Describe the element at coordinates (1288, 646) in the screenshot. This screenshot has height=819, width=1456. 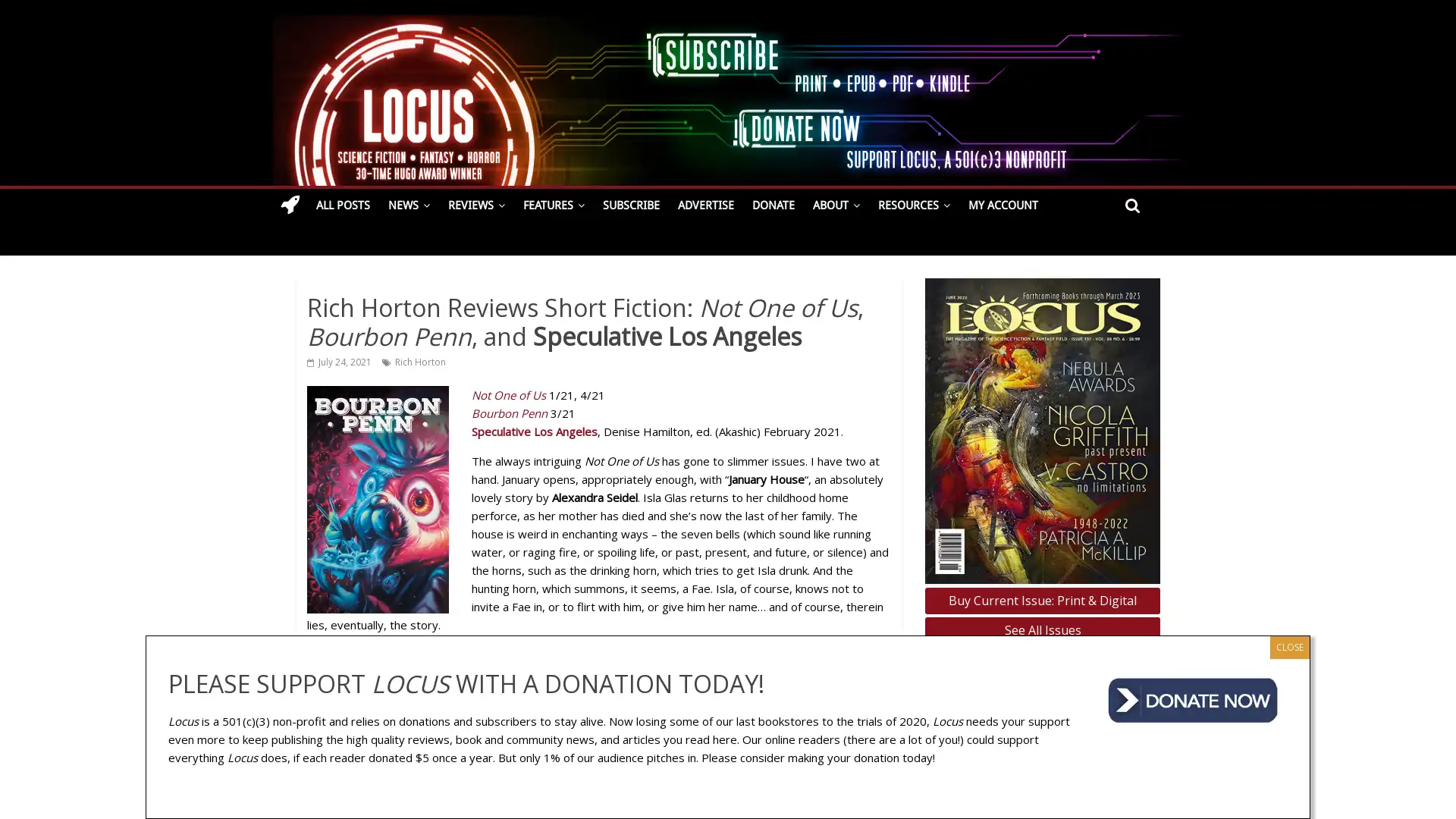
I see `Close` at that location.